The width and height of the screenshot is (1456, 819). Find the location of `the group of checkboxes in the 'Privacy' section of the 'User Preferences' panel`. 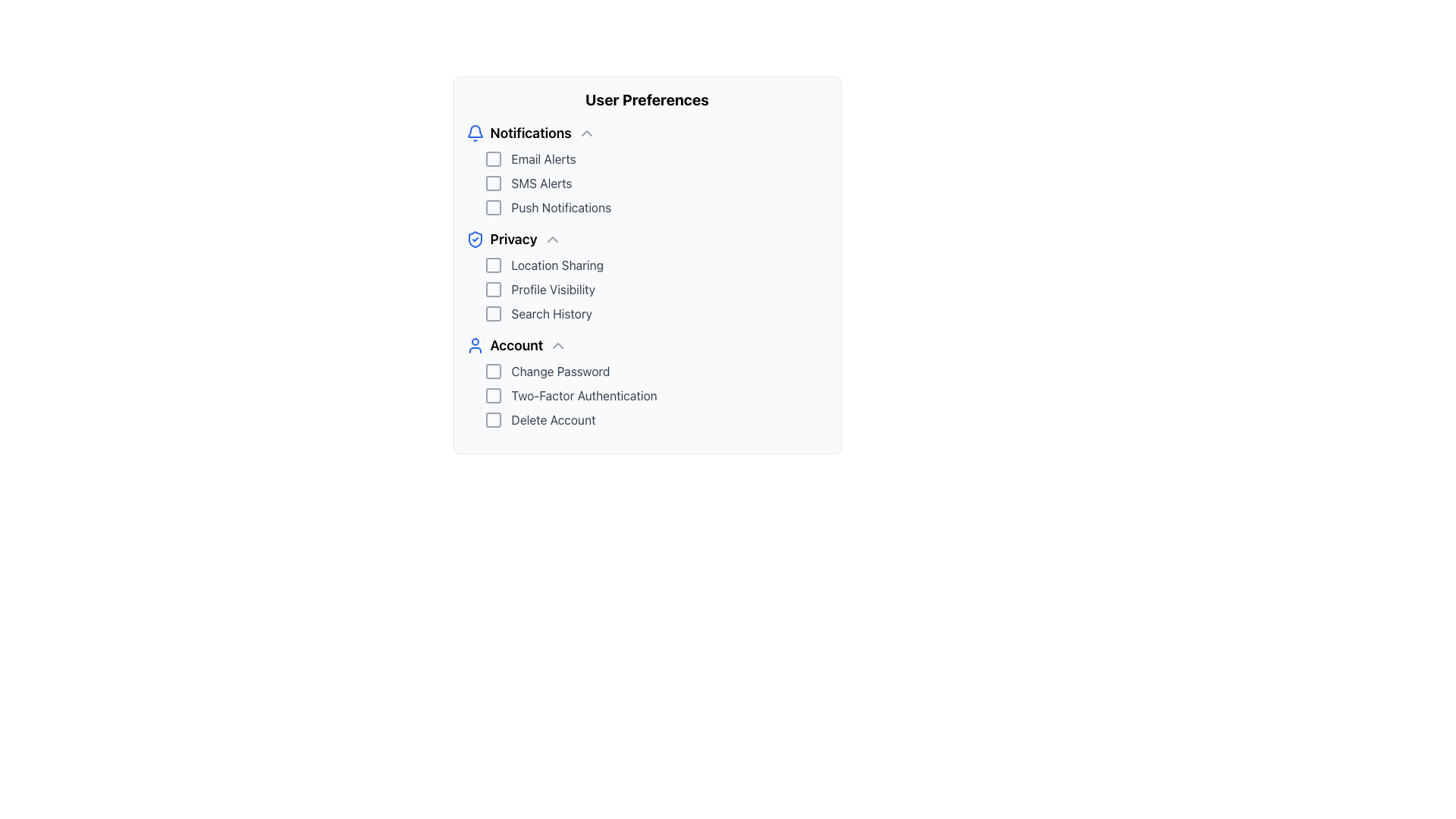

the group of checkboxes in the 'Privacy' section of the 'User Preferences' panel is located at coordinates (647, 289).